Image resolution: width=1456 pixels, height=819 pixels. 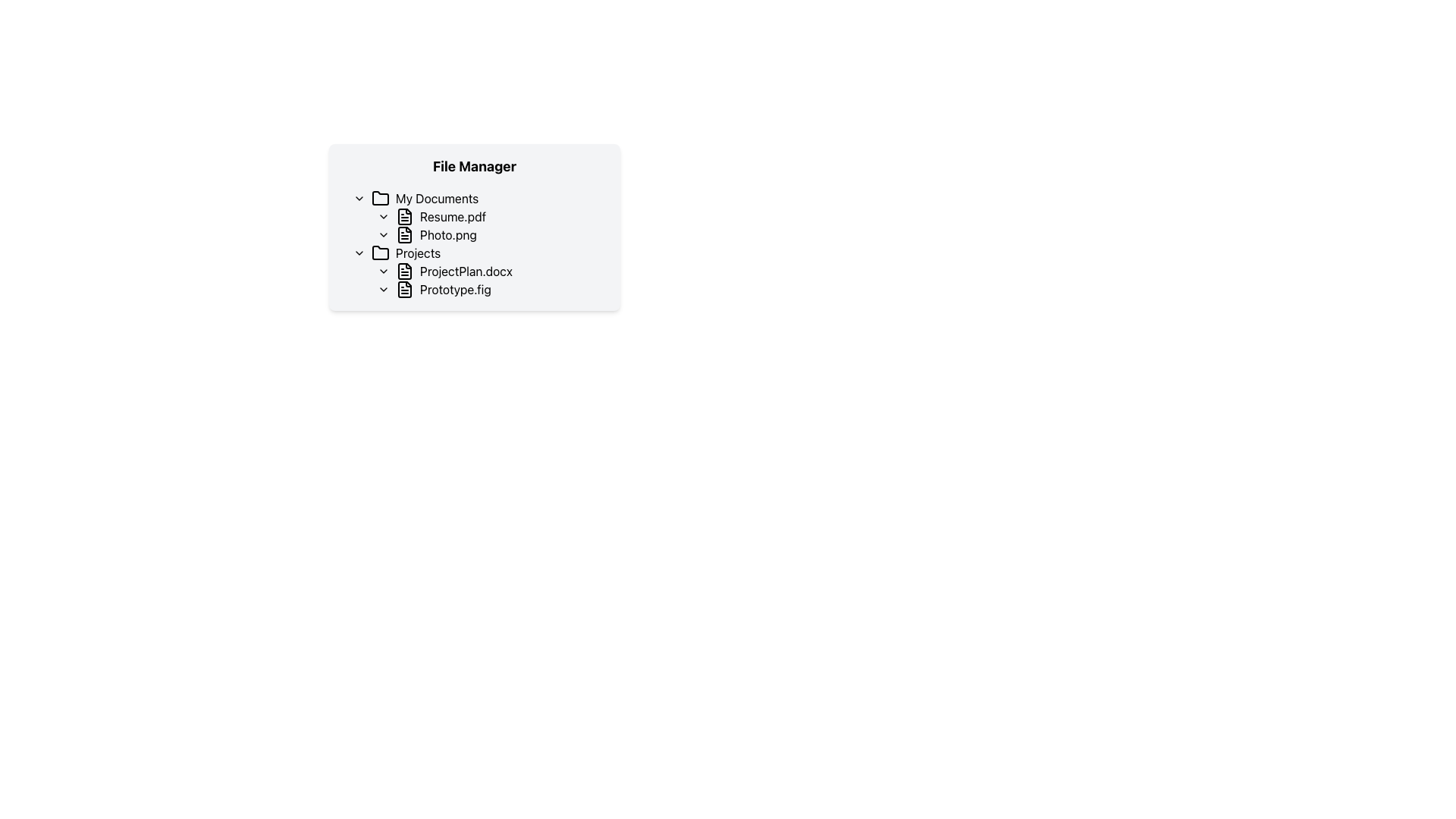 I want to click on the document icon representing 'Resume.pdf' in the 'My Documents' folder, so click(x=404, y=216).